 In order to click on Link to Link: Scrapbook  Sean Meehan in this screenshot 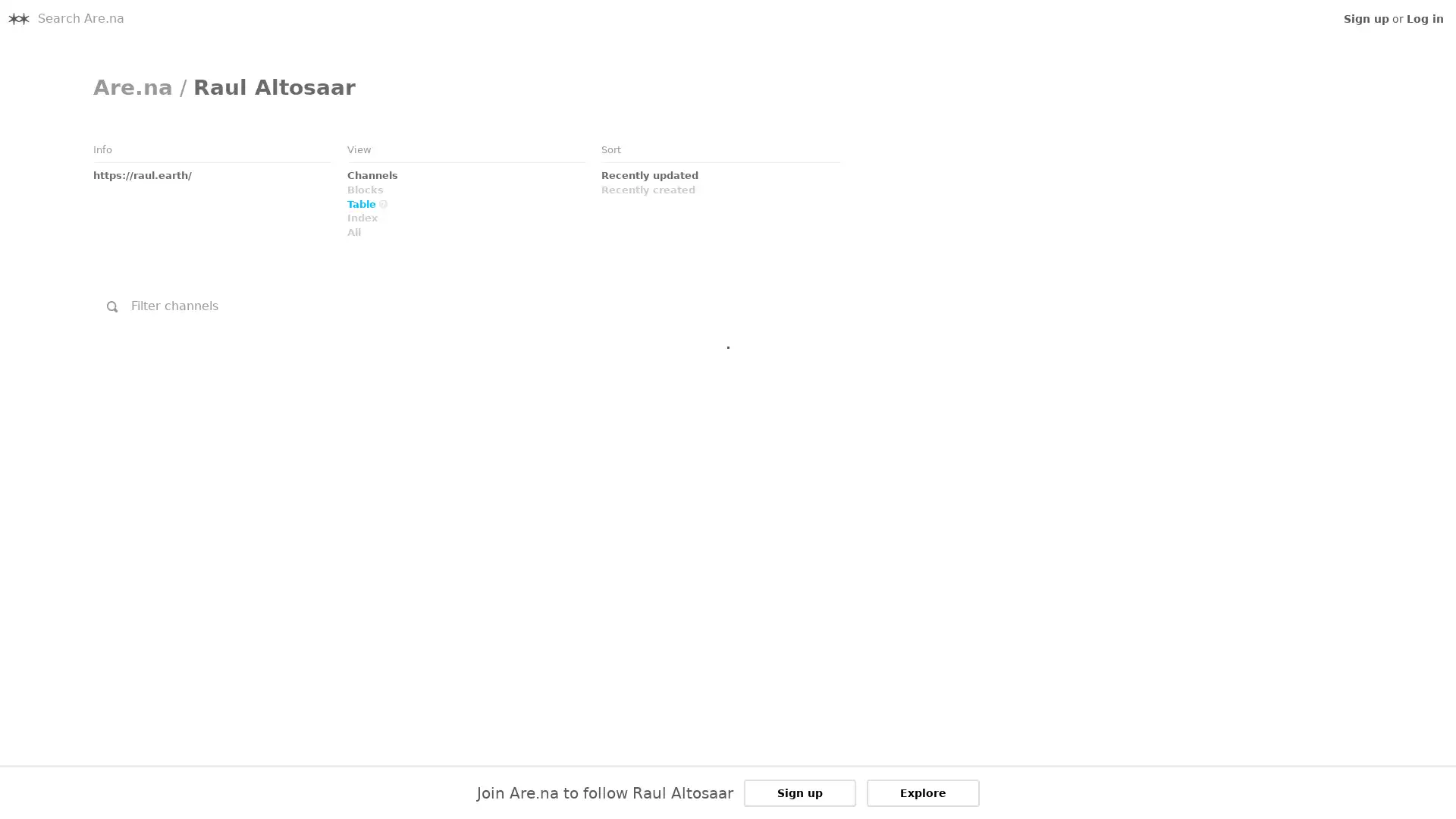, I will do `click(1228, 451)`.